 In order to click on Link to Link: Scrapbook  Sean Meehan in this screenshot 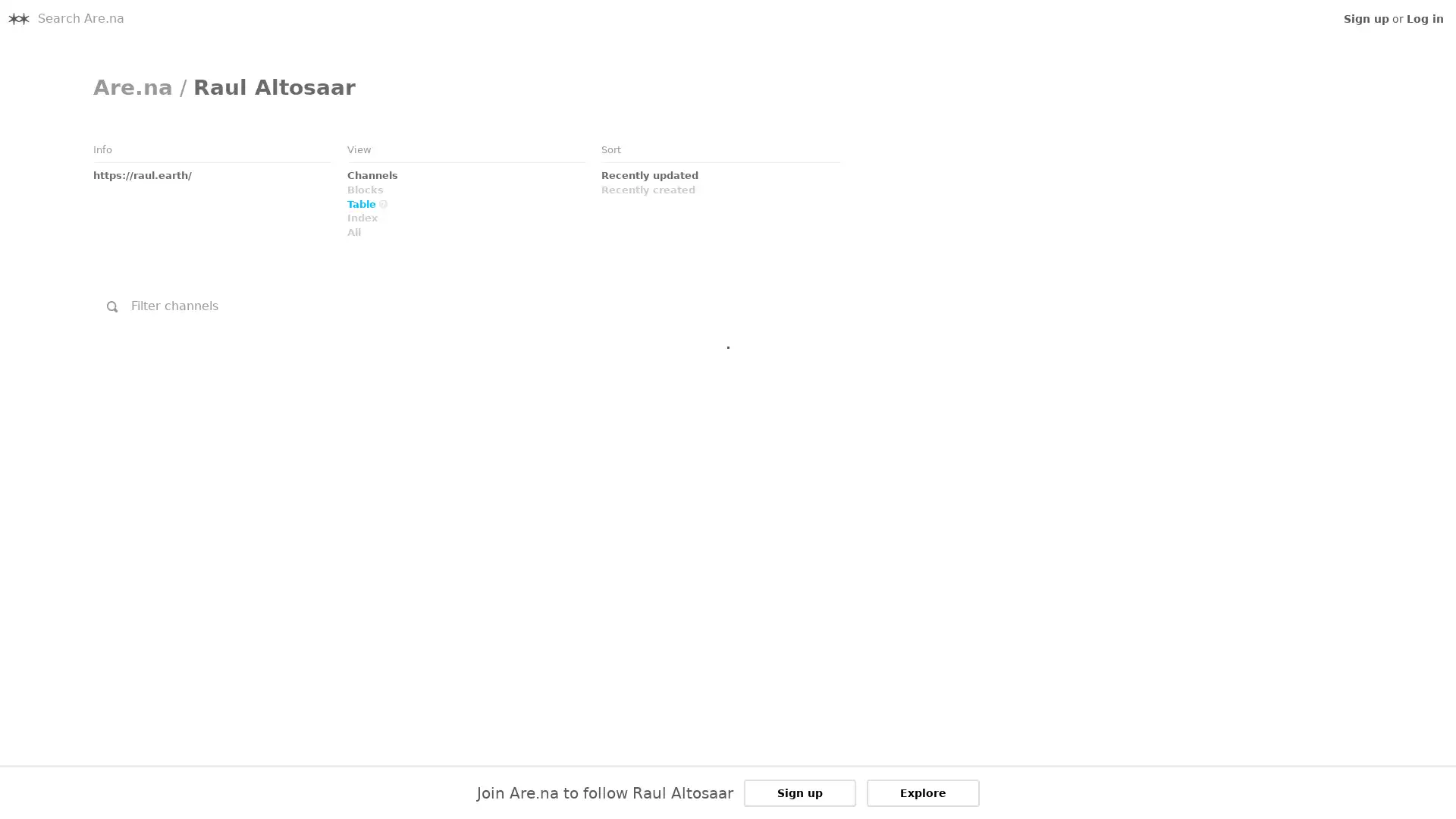, I will do `click(1228, 451)`.